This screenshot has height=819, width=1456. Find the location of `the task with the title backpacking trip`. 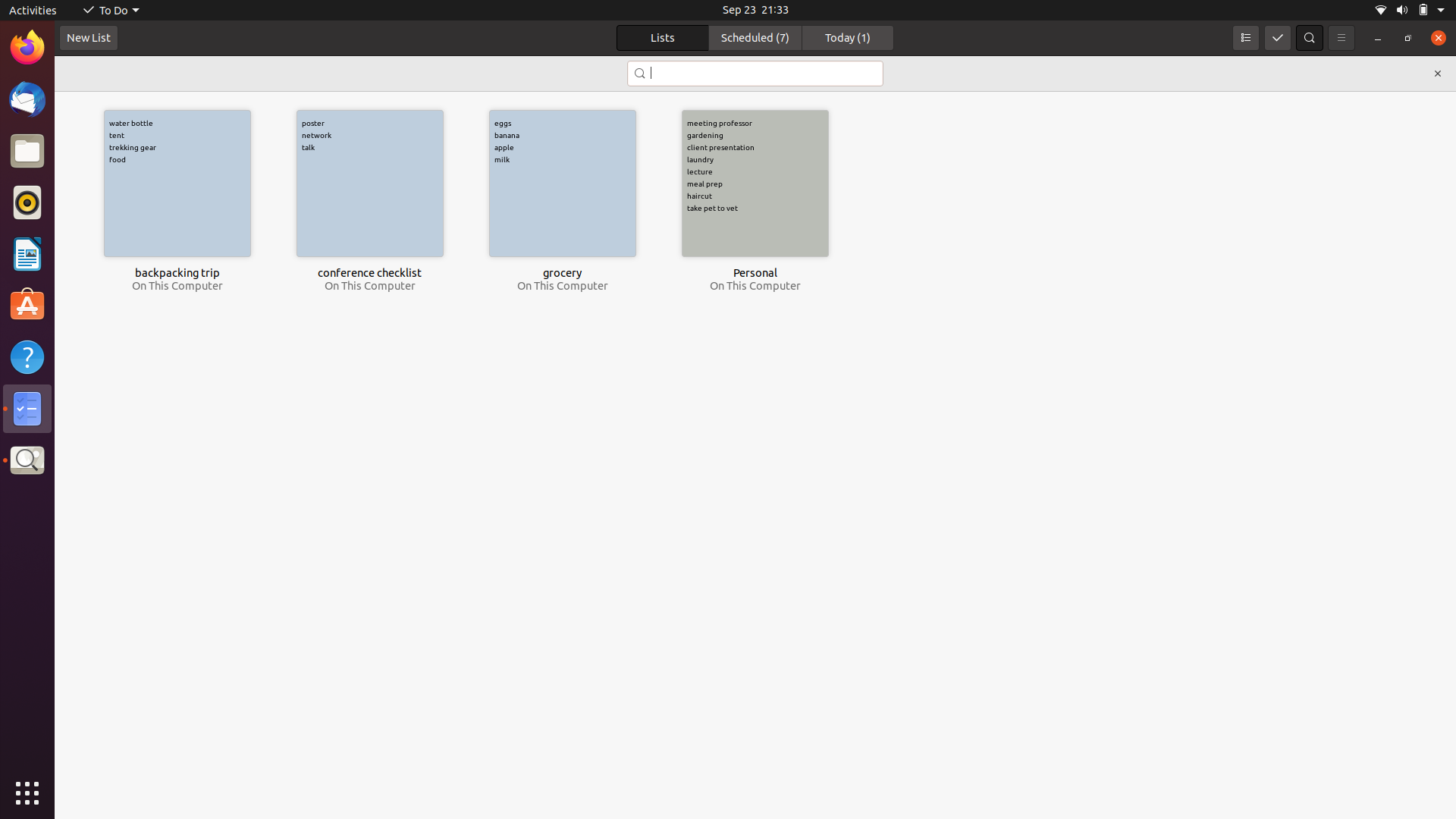

the task with the title backpacking trip is located at coordinates (177, 183).